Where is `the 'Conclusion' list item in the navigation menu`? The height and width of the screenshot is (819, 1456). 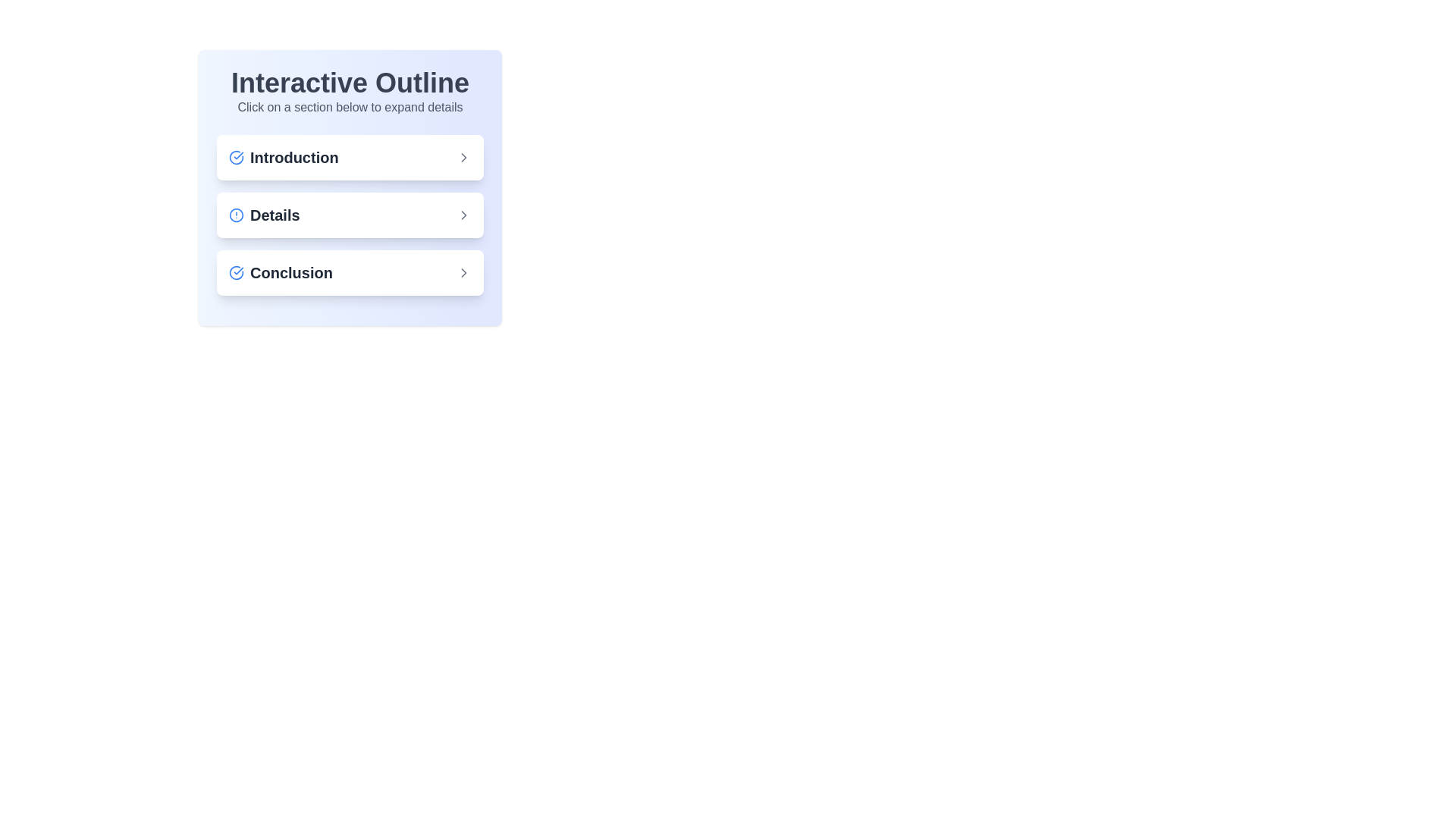
the 'Conclusion' list item in the navigation menu is located at coordinates (349, 271).